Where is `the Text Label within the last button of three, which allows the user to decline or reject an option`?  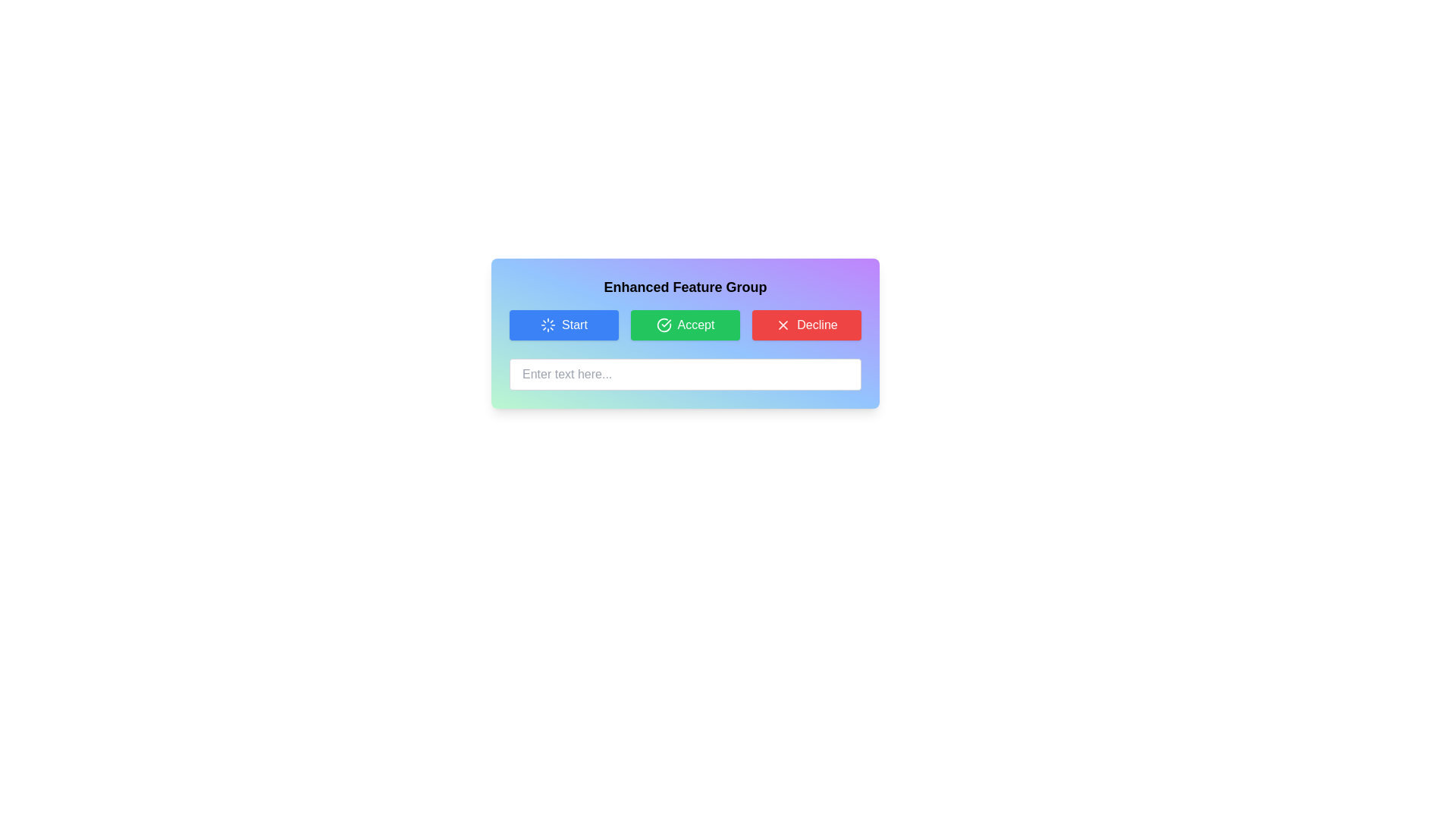
the Text Label within the last button of three, which allows the user to decline or reject an option is located at coordinates (817, 324).